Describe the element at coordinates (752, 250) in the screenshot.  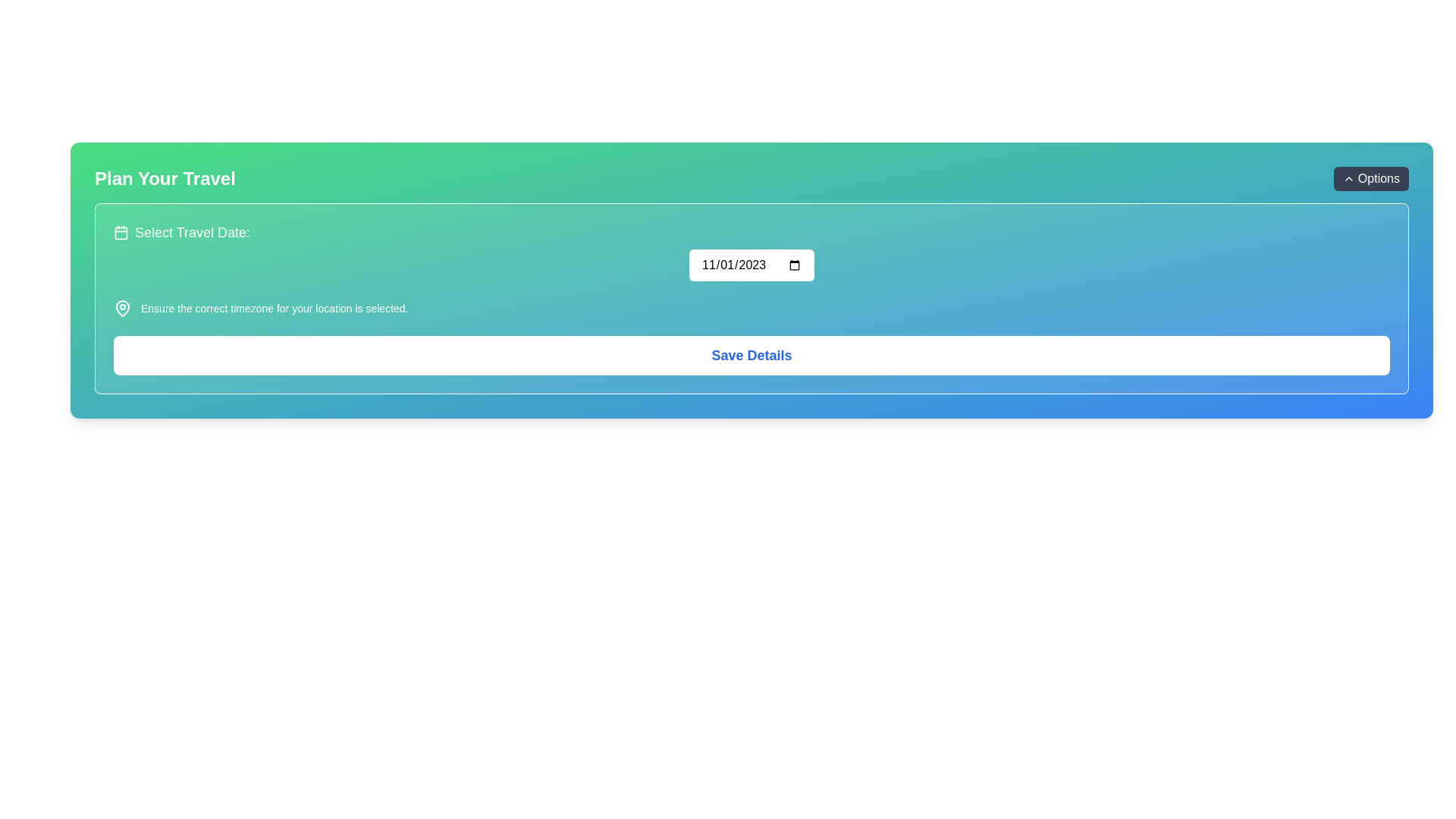
I see `a date from the calendar view in the date picker component located at the upper portion of the 'Plan Your Travel' section, which includes a label, icon, and an input field for date selection` at that location.